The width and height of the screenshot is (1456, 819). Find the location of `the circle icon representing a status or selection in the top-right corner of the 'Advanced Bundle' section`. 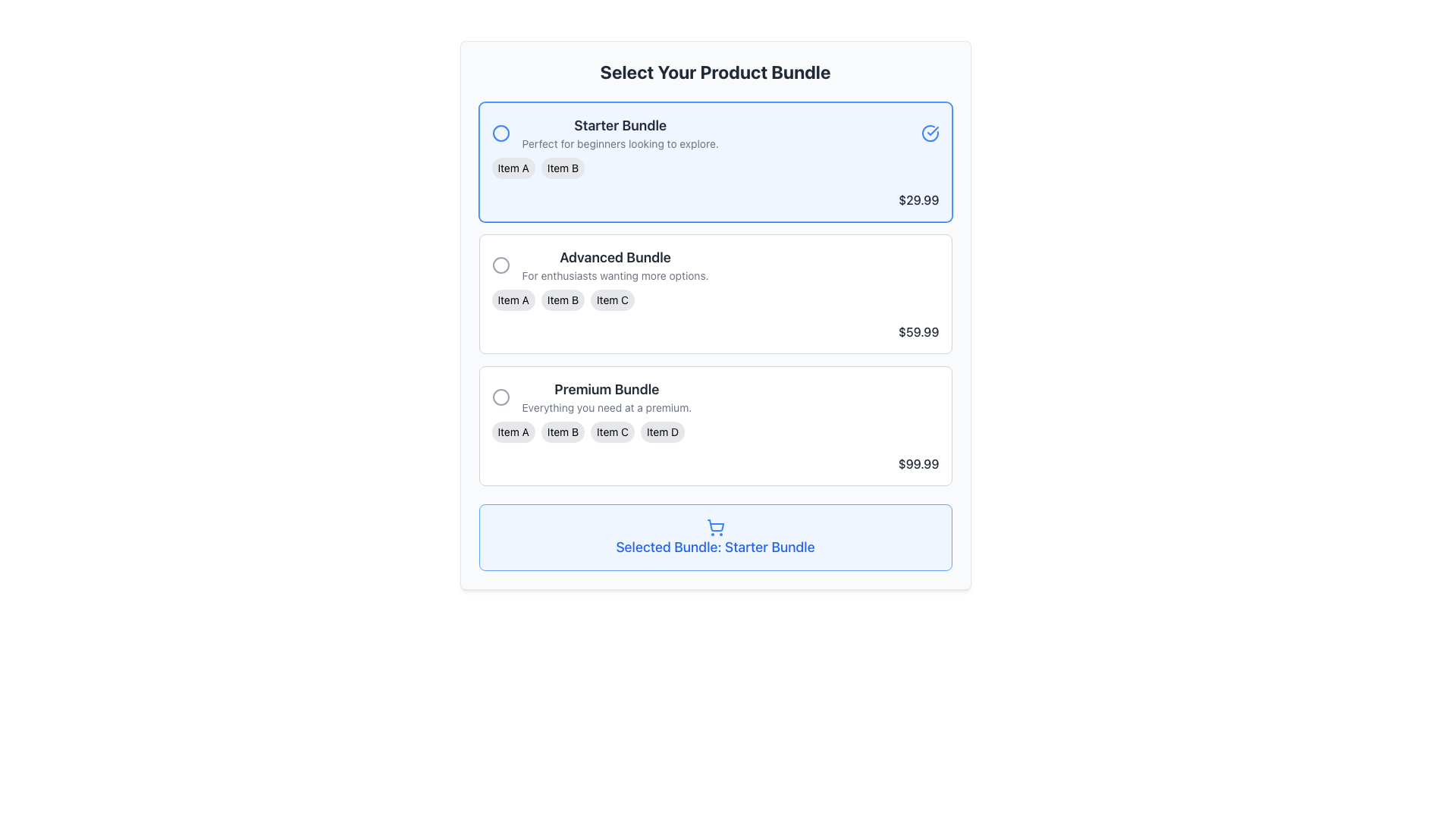

the circle icon representing a status or selection in the top-right corner of the 'Advanced Bundle' section is located at coordinates (500, 265).